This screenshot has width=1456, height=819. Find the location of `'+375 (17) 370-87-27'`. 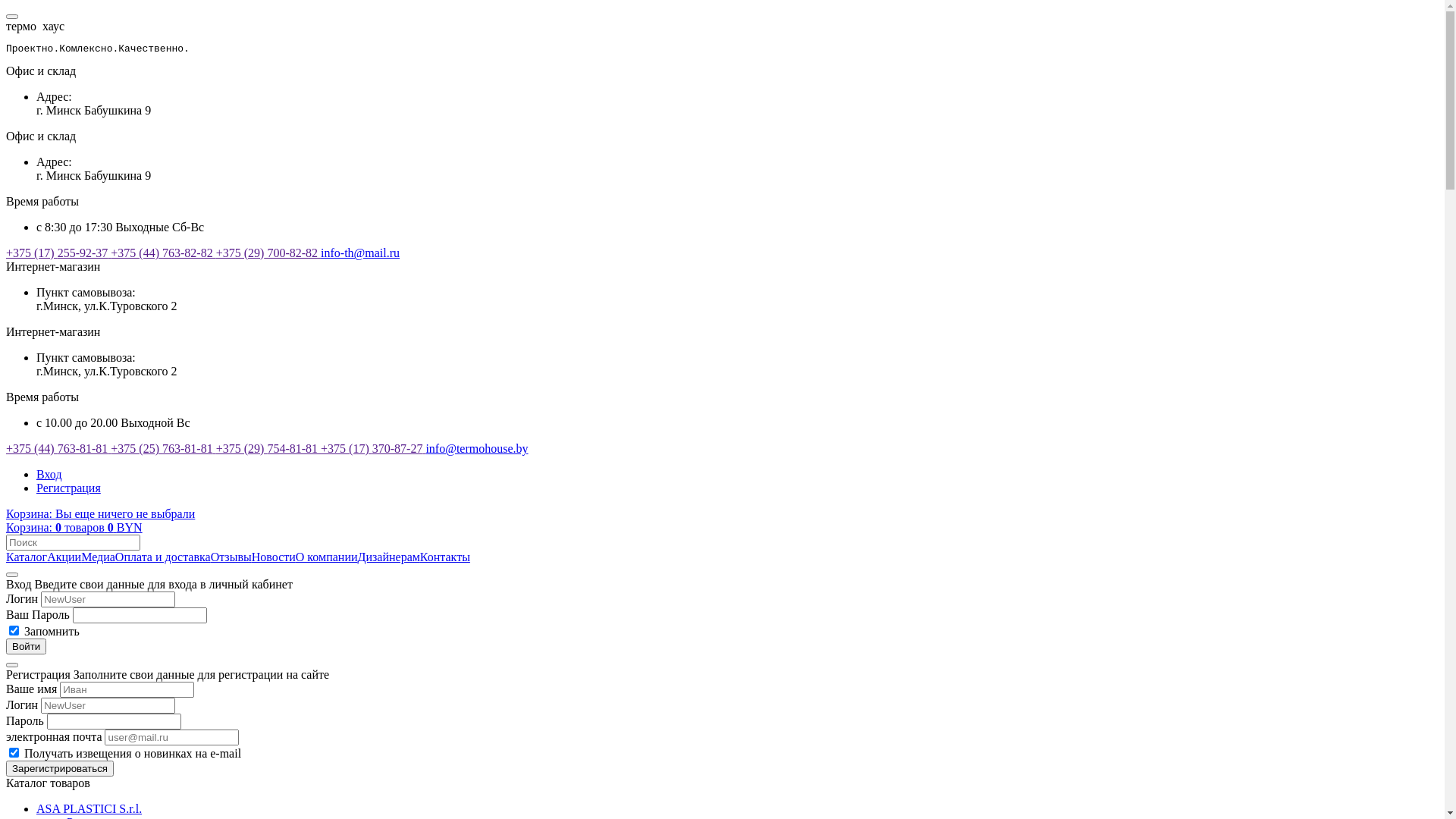

'+375 (17) 370-87-27' is located at coordinates (372, 447).